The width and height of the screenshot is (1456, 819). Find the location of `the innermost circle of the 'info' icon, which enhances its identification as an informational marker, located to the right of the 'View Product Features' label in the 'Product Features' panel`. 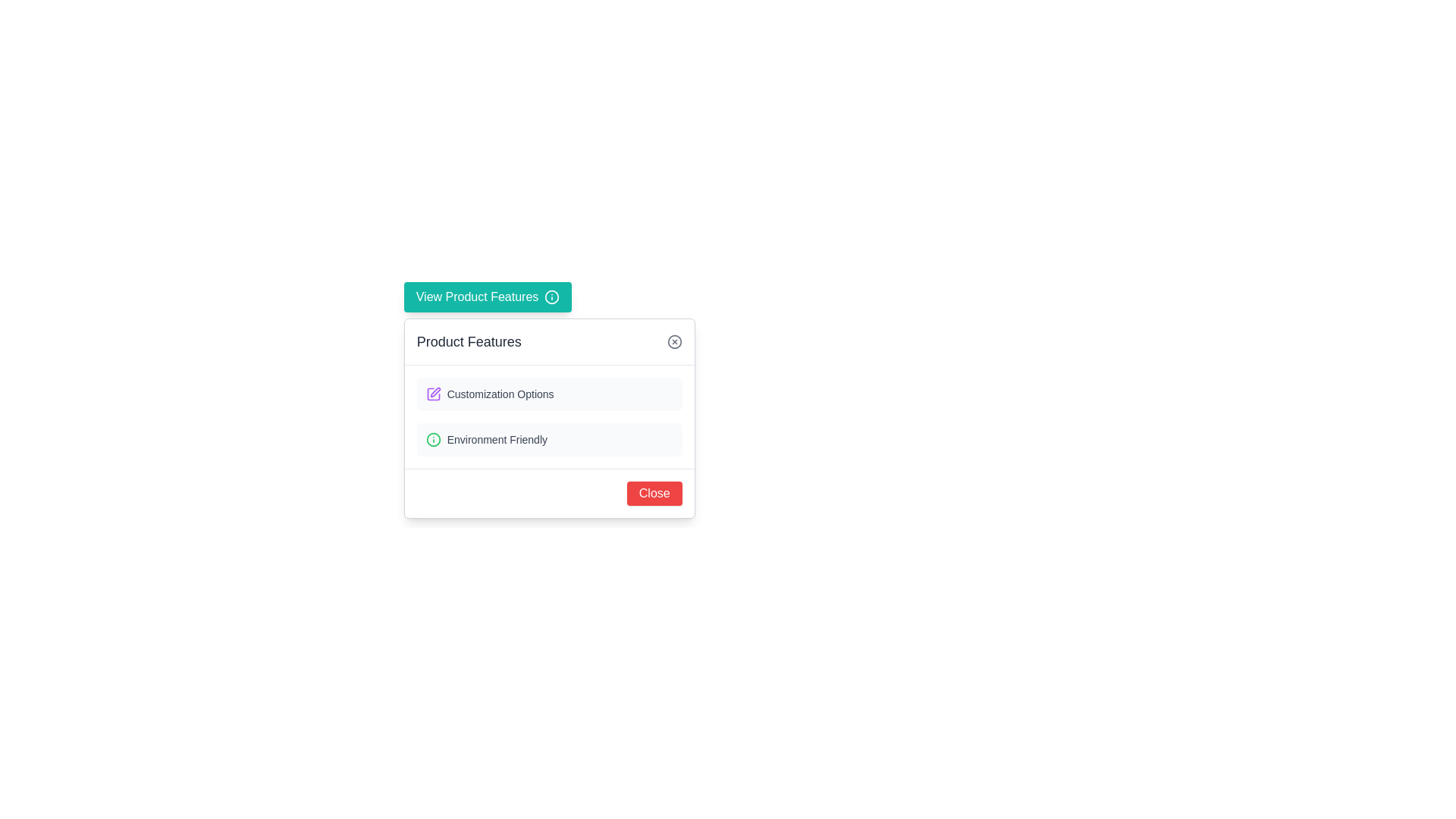

the innermost circle of the 'info' icon, which enhances its identification as an informational marker, located to the right of the 'View Product Features' label in the 'Product Features' panel is located at coordinates (551, 297).